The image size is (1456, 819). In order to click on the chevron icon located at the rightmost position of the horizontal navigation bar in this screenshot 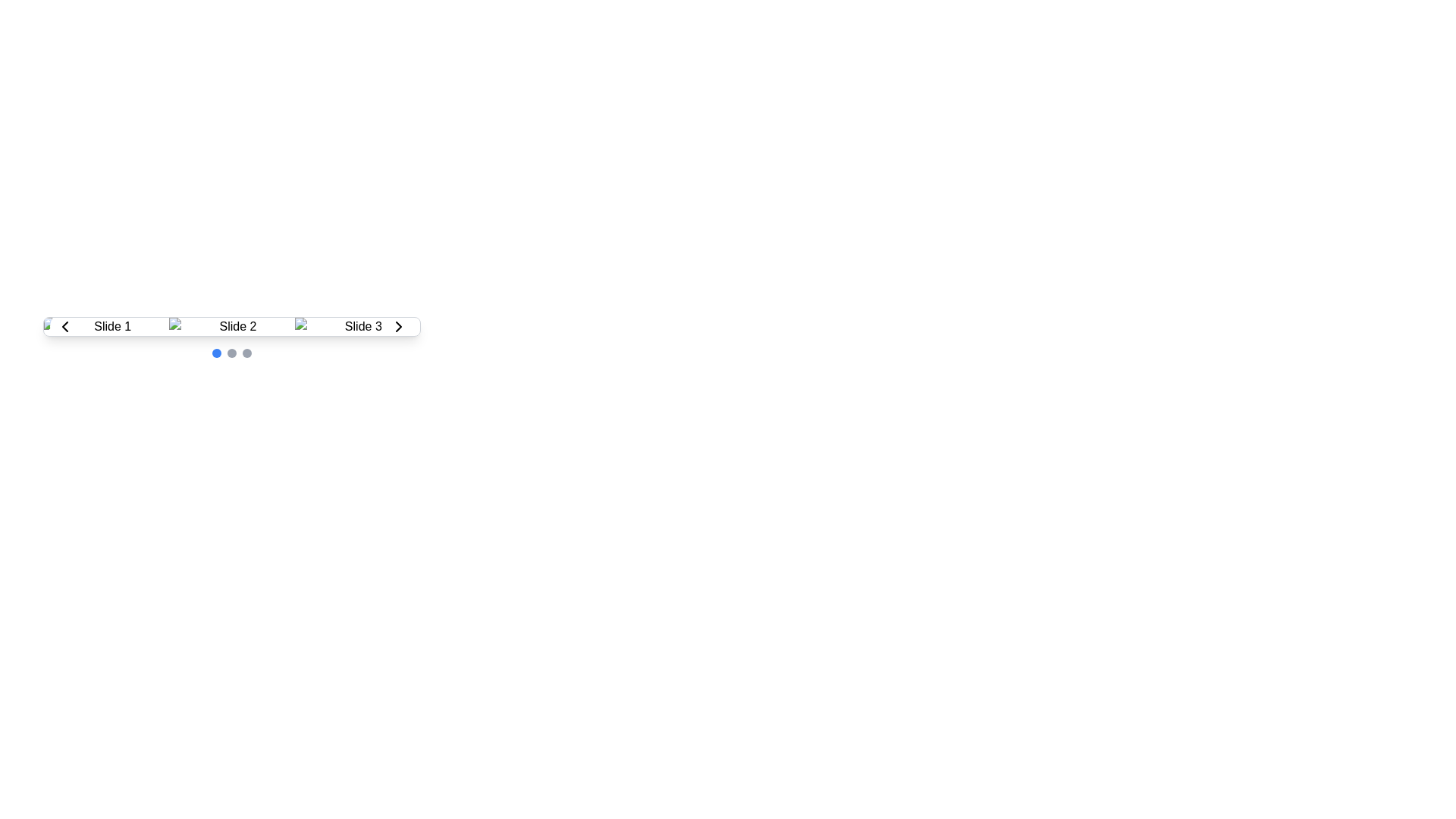, I will do `click(399, 326)`.